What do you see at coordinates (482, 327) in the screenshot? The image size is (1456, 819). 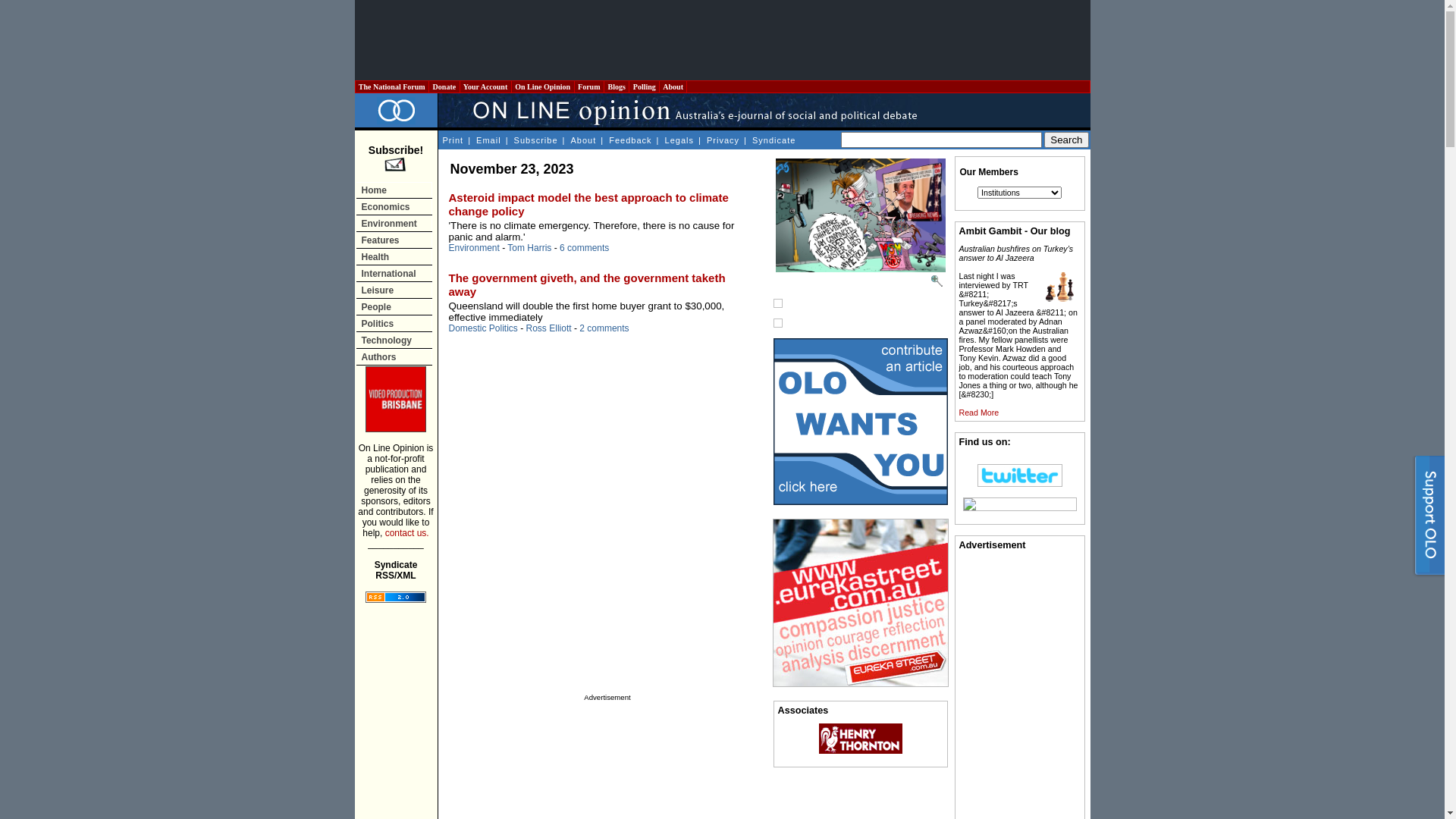 I see `'Domestic Politics'` at bounding box center [482, 327].